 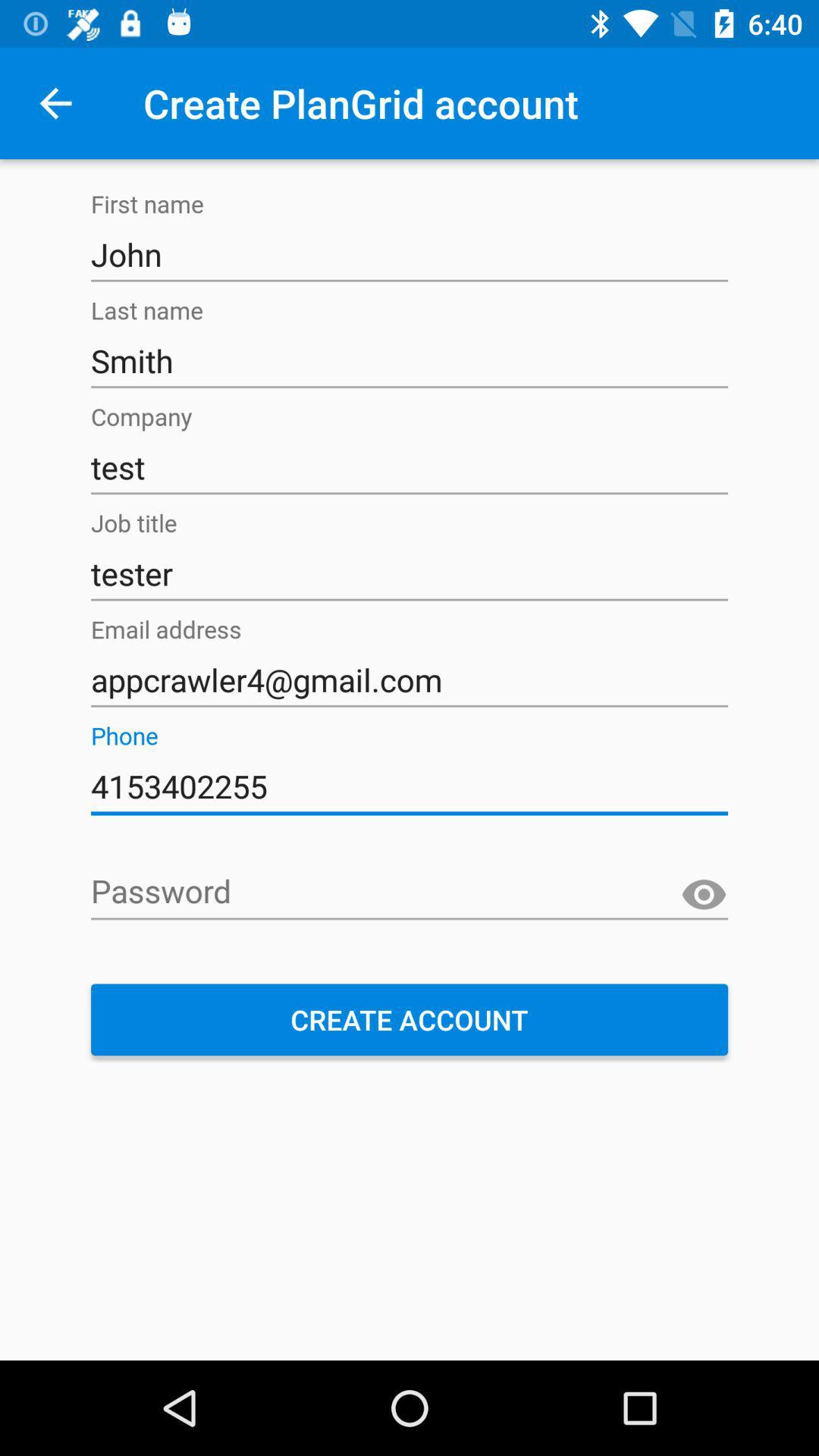 What do you see at coordinates (704, 895) in the screenshot?
I see `unmask password` at bounding box center [704, 895].